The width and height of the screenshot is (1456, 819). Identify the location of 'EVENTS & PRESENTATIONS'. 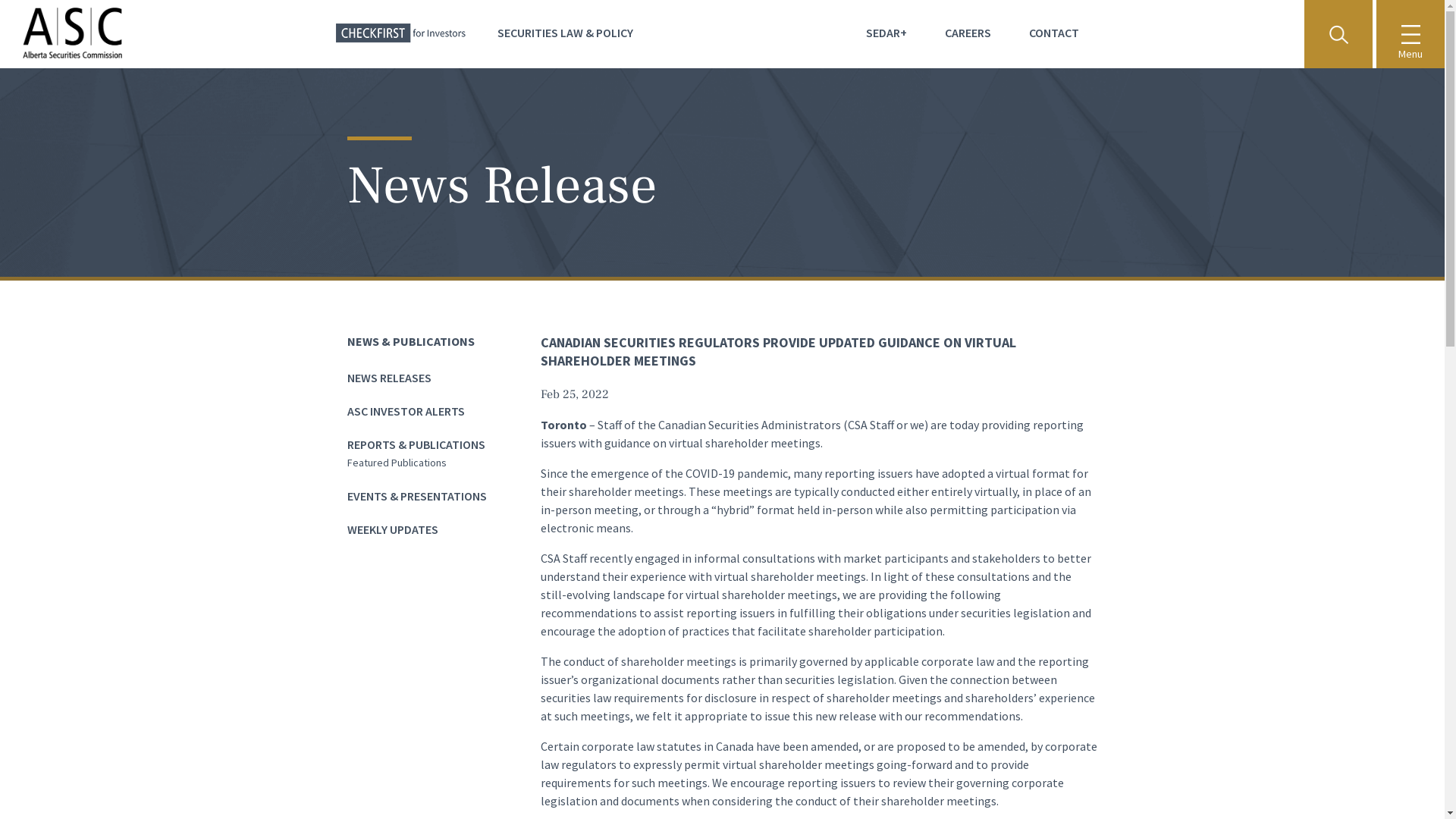
(346, 496).